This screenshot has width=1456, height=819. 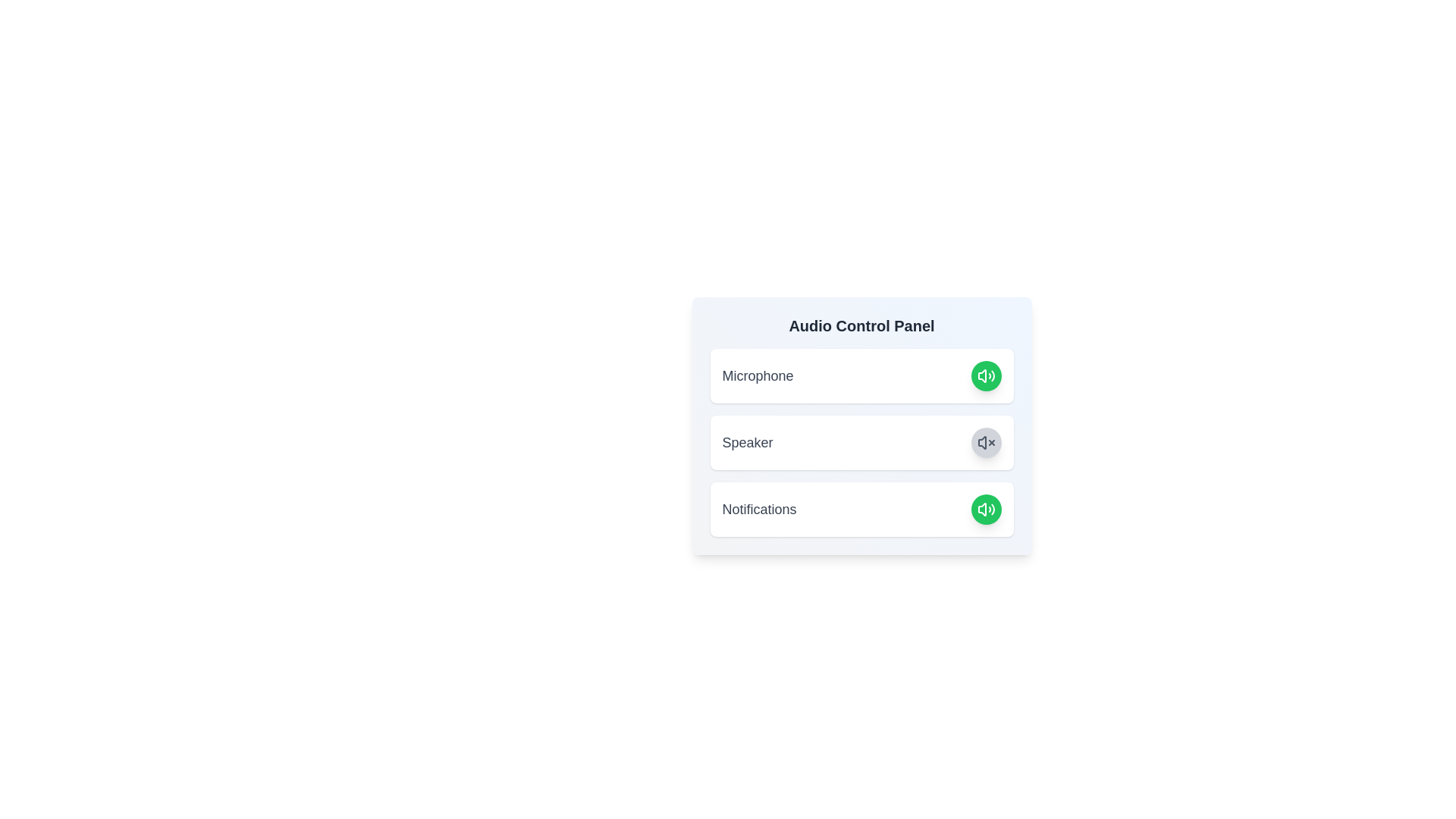 I want to click on the static text label titled 'Audio Control Panel', which is a bold, centered header displayed in dark gray on a light gradient background, so click(x=861, y=325).